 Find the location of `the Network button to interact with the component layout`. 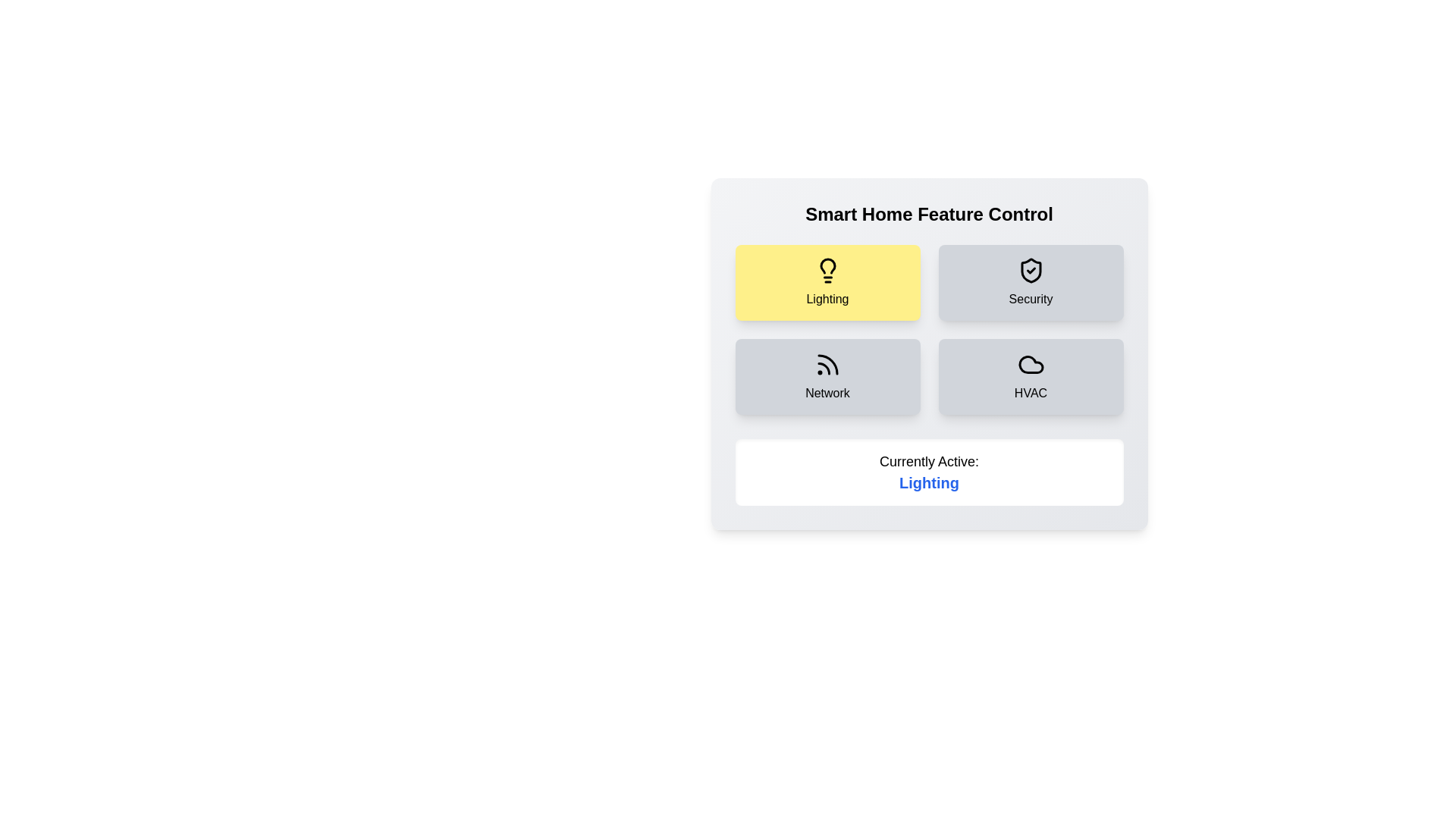

the Network button to interact with the component layout is located at coordinates (827, 376).